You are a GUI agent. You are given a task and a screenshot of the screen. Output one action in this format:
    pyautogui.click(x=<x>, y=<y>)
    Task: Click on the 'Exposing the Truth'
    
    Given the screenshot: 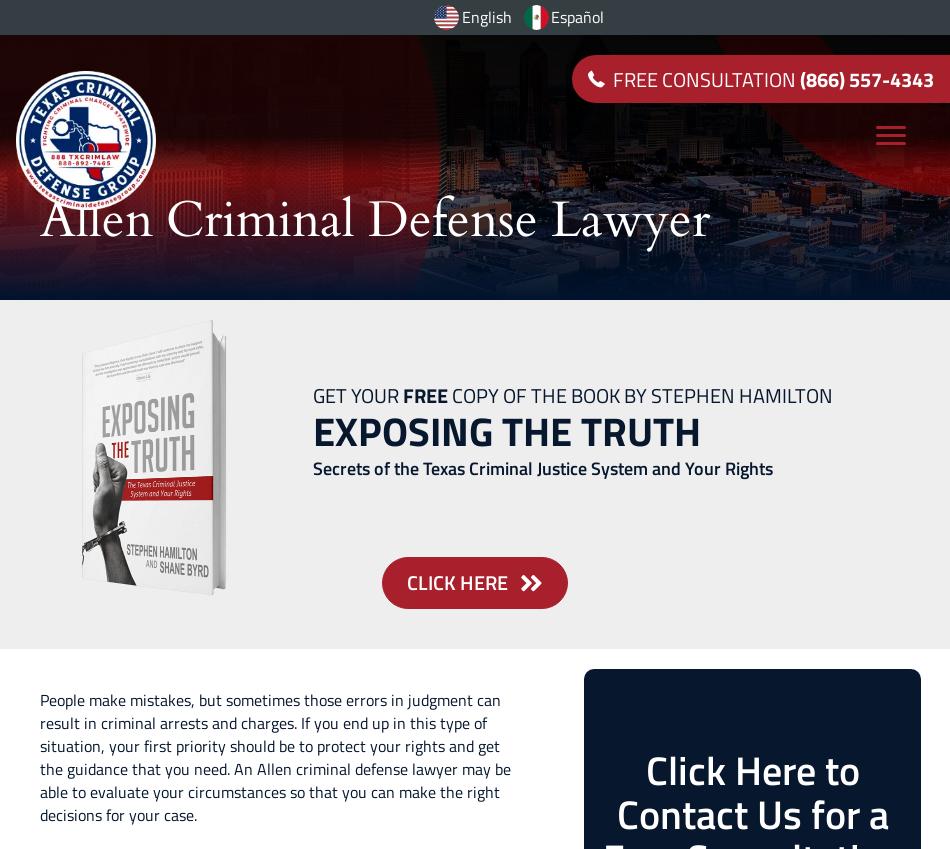 What is the action you would take?
    pyautogui.click(x=507, y=431)
    